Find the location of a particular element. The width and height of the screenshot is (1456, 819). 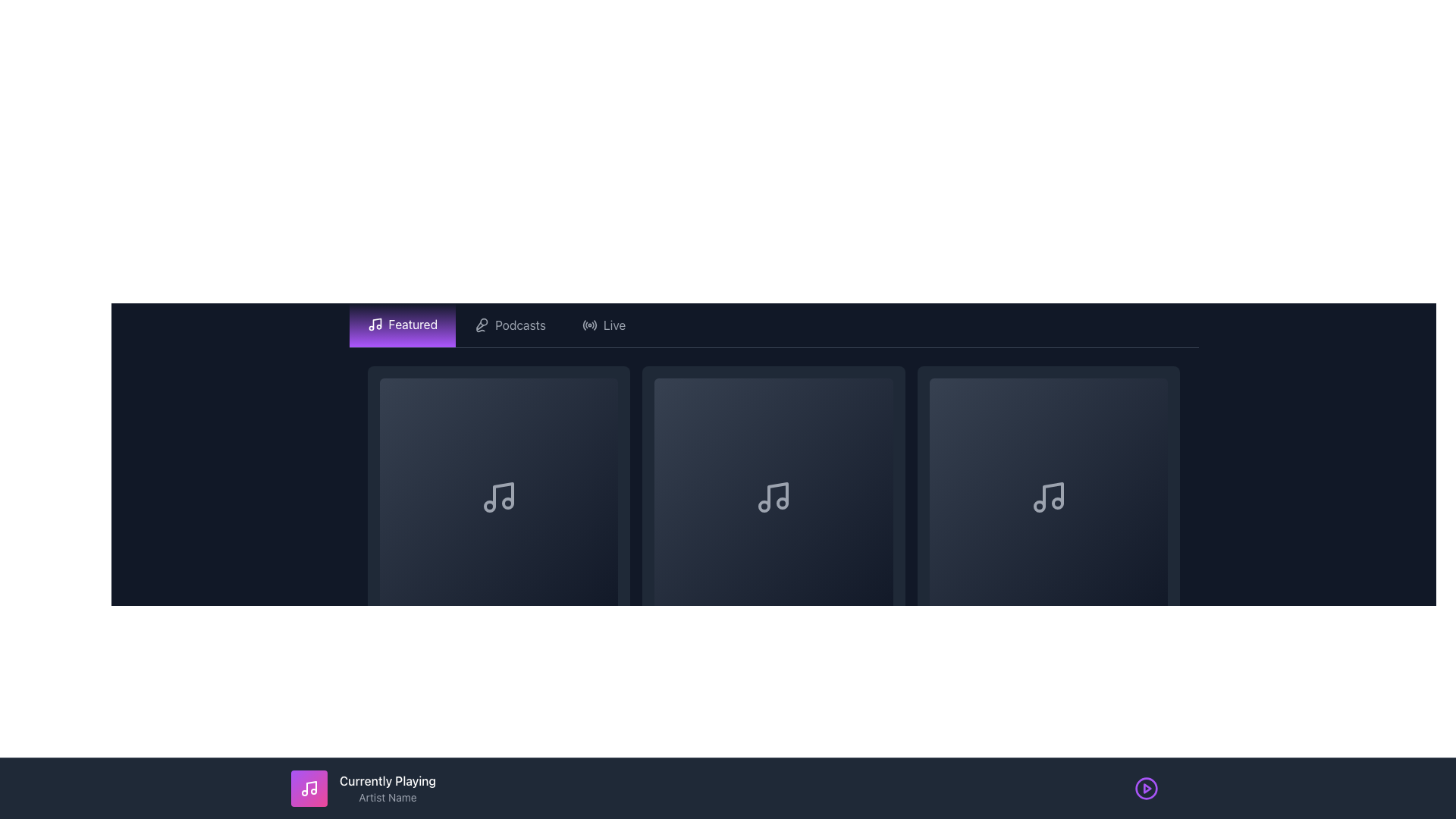

the microphone icon located to the left of the 'Podcasts' menu item in the top navigation bar, which features a minimalistic outline design in a grayish tone is located at coordinates (481, 324).